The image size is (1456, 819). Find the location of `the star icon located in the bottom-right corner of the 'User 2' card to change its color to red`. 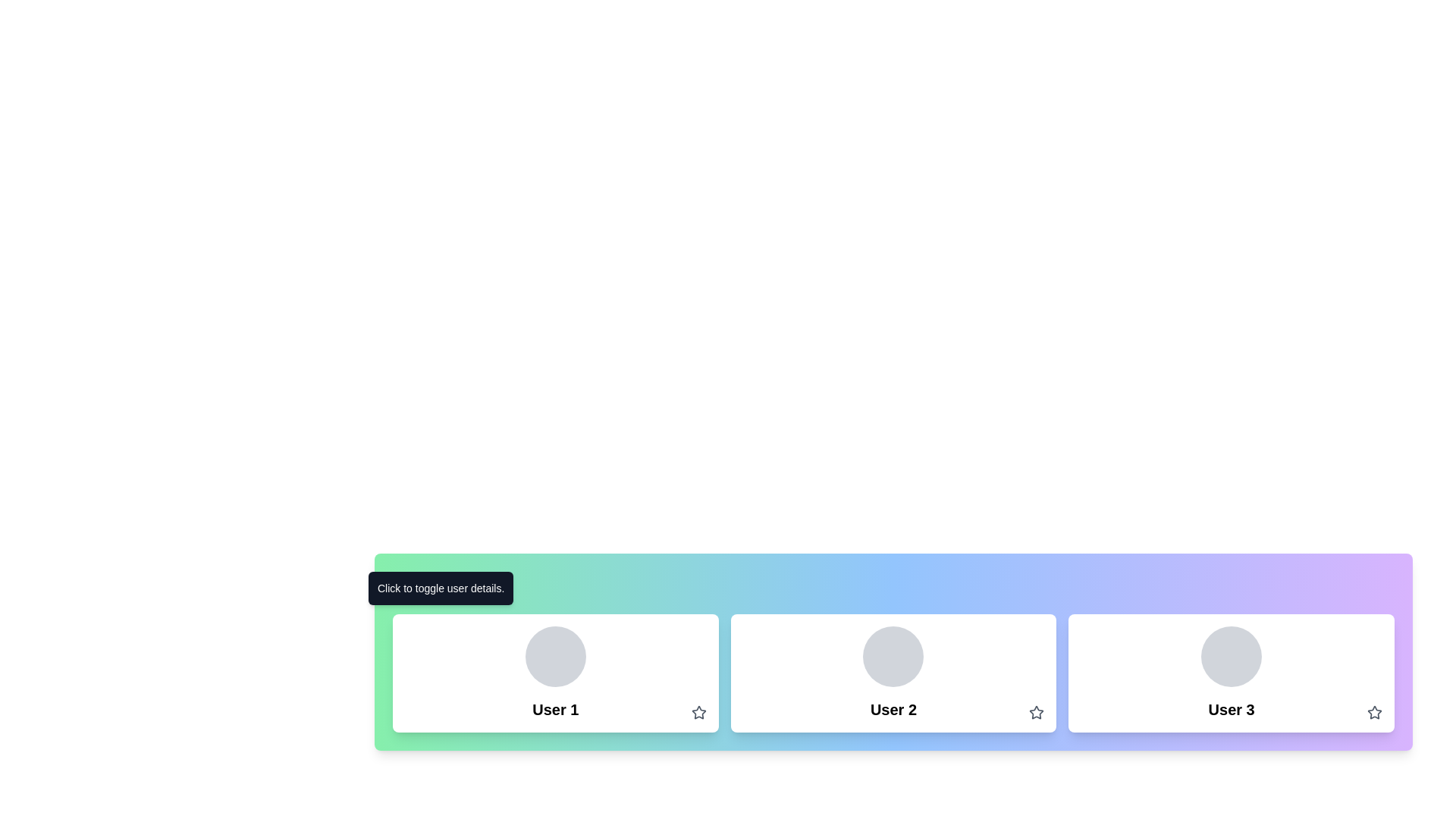

the star icon located in the bottom-right corner of the 'User 2' card to change its color to red is located at coordinates (1036, 713).